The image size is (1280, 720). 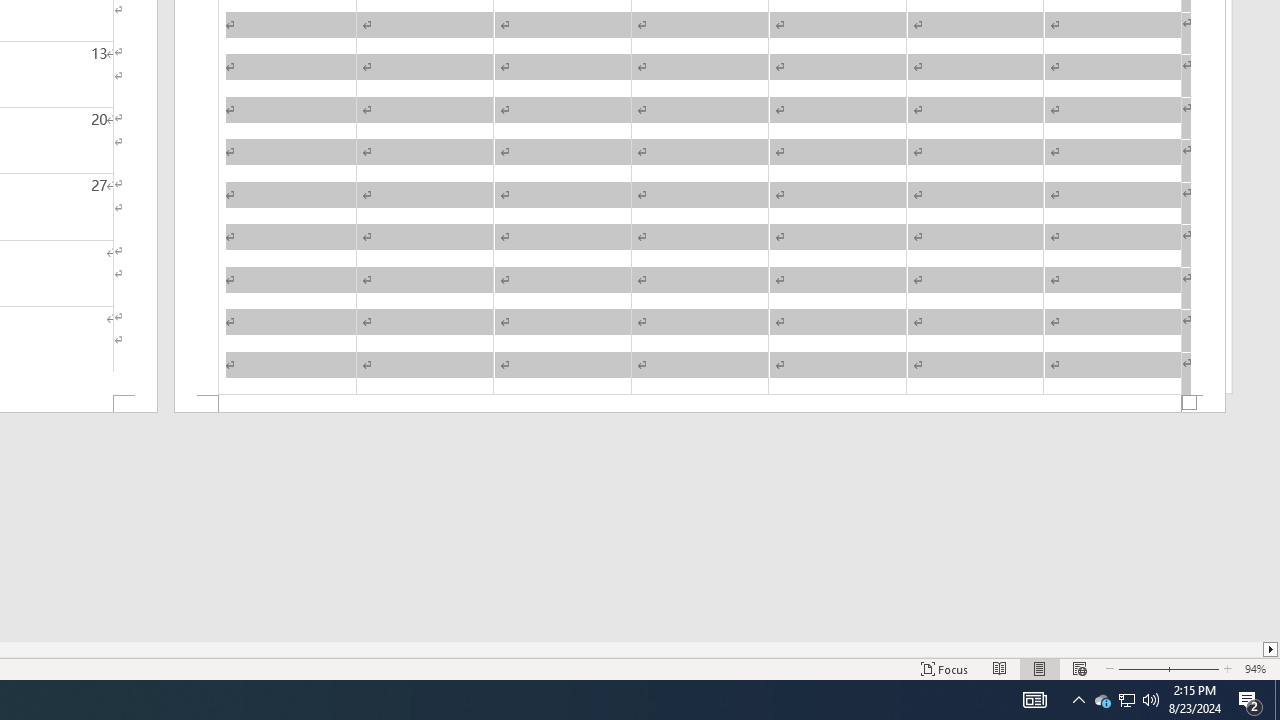 I want to click on 'Zoom Out', so click(x=1141, y=669).